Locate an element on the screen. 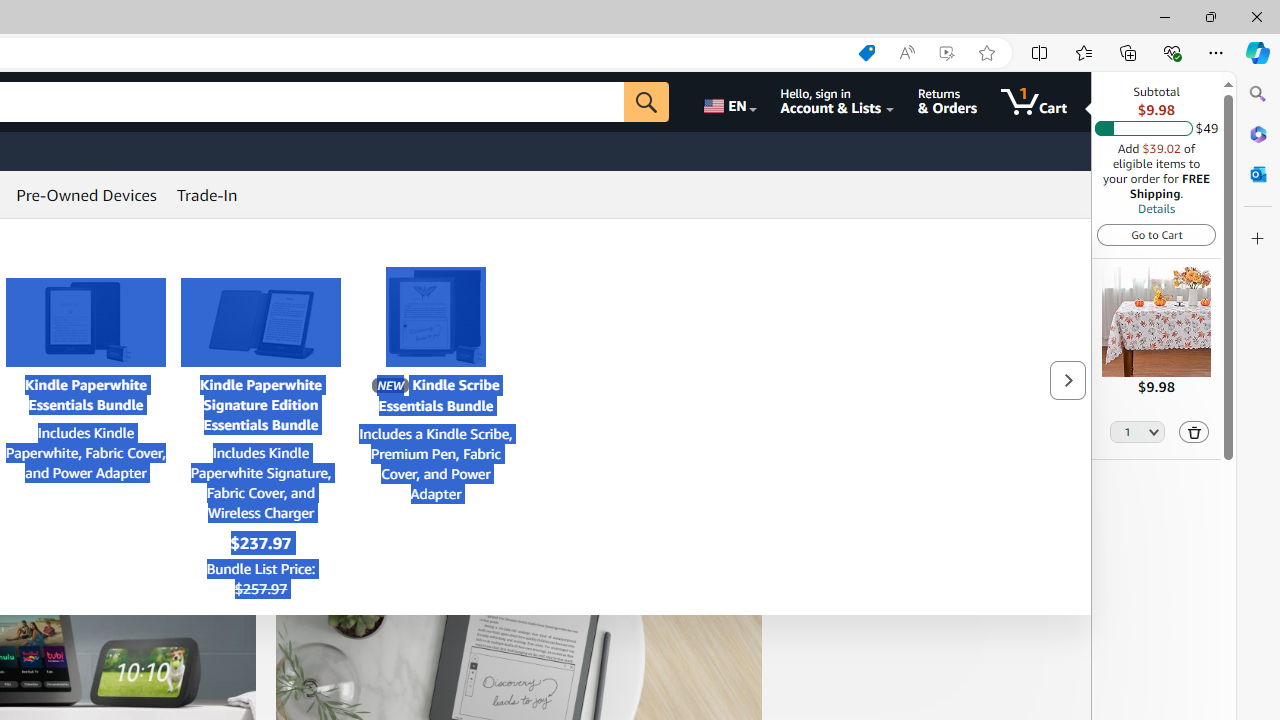  'Quantity Selector' is located at coordinates (1137, 429).